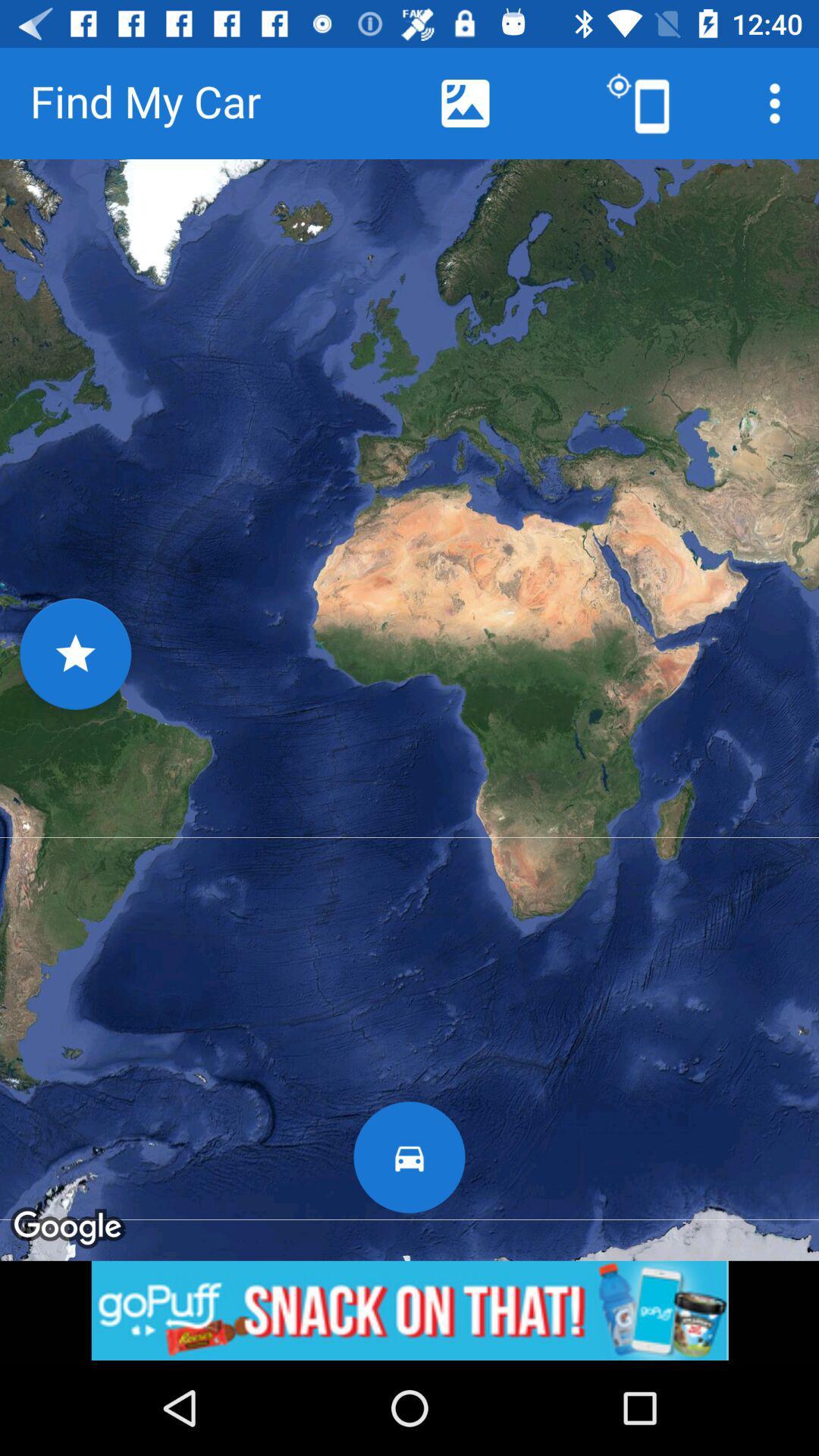 The height and width of the screenshot is (1456, 819). What do you see at coordinates (409, 1310) in the screenshot?
I see `banner advertisement` at bounding box center [409, 1310].